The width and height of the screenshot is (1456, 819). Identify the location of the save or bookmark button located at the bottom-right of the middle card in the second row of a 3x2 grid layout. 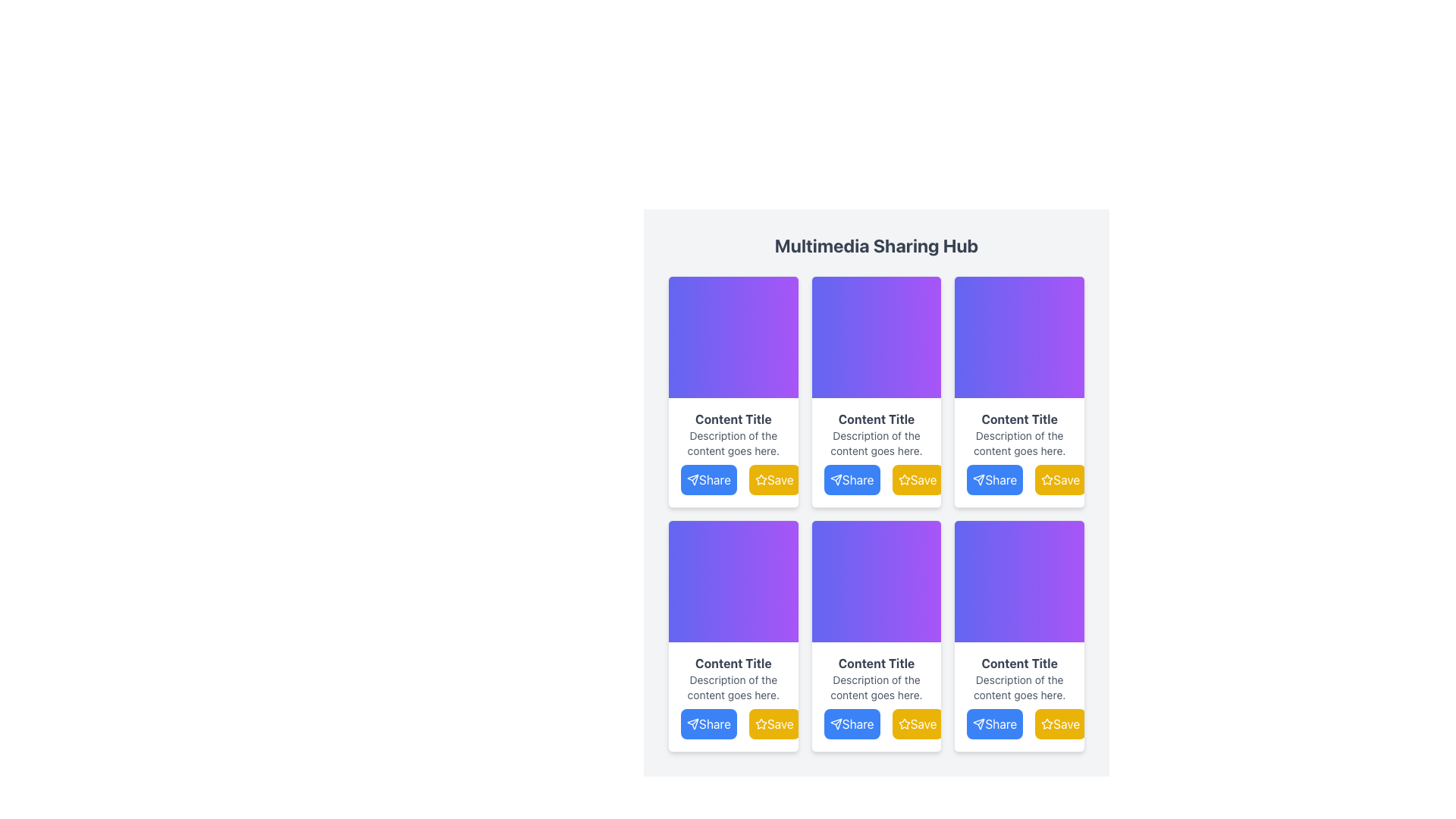
(916, 723).